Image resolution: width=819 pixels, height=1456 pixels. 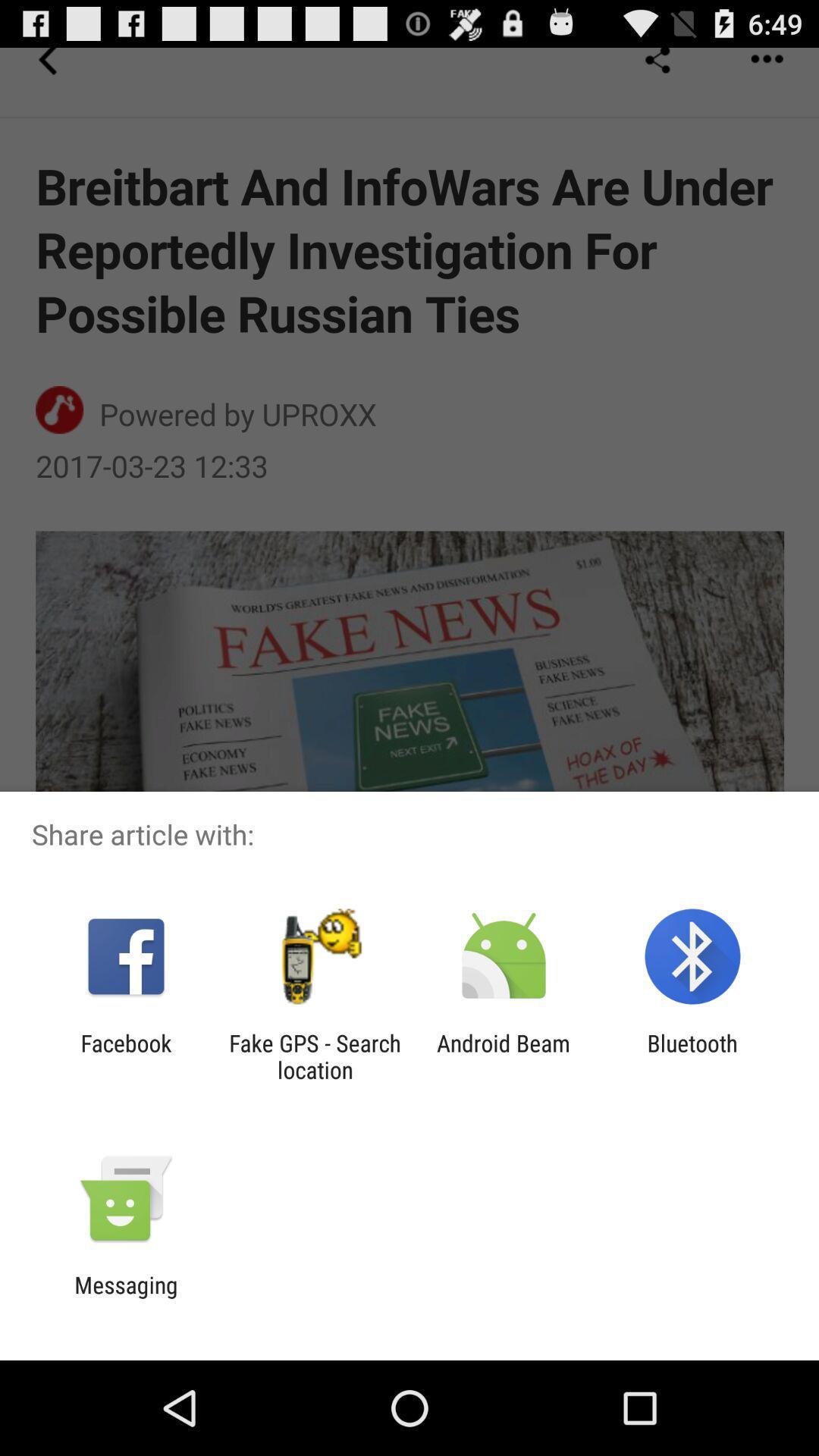 I want to click on icon at the bottom right corner, so click(x=692, y=1056).